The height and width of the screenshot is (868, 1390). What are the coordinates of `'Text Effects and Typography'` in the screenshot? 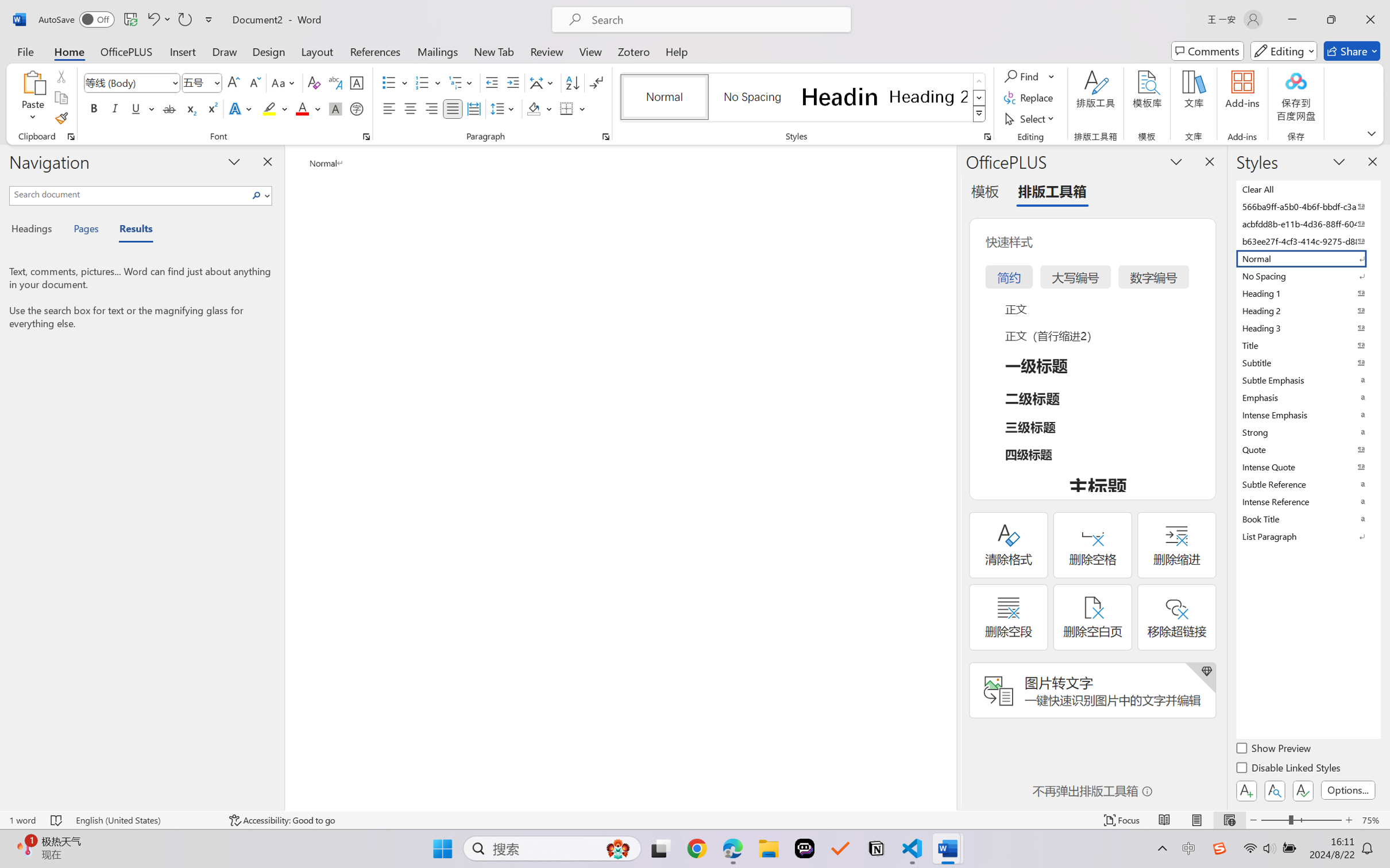 It's located at (241, 108).